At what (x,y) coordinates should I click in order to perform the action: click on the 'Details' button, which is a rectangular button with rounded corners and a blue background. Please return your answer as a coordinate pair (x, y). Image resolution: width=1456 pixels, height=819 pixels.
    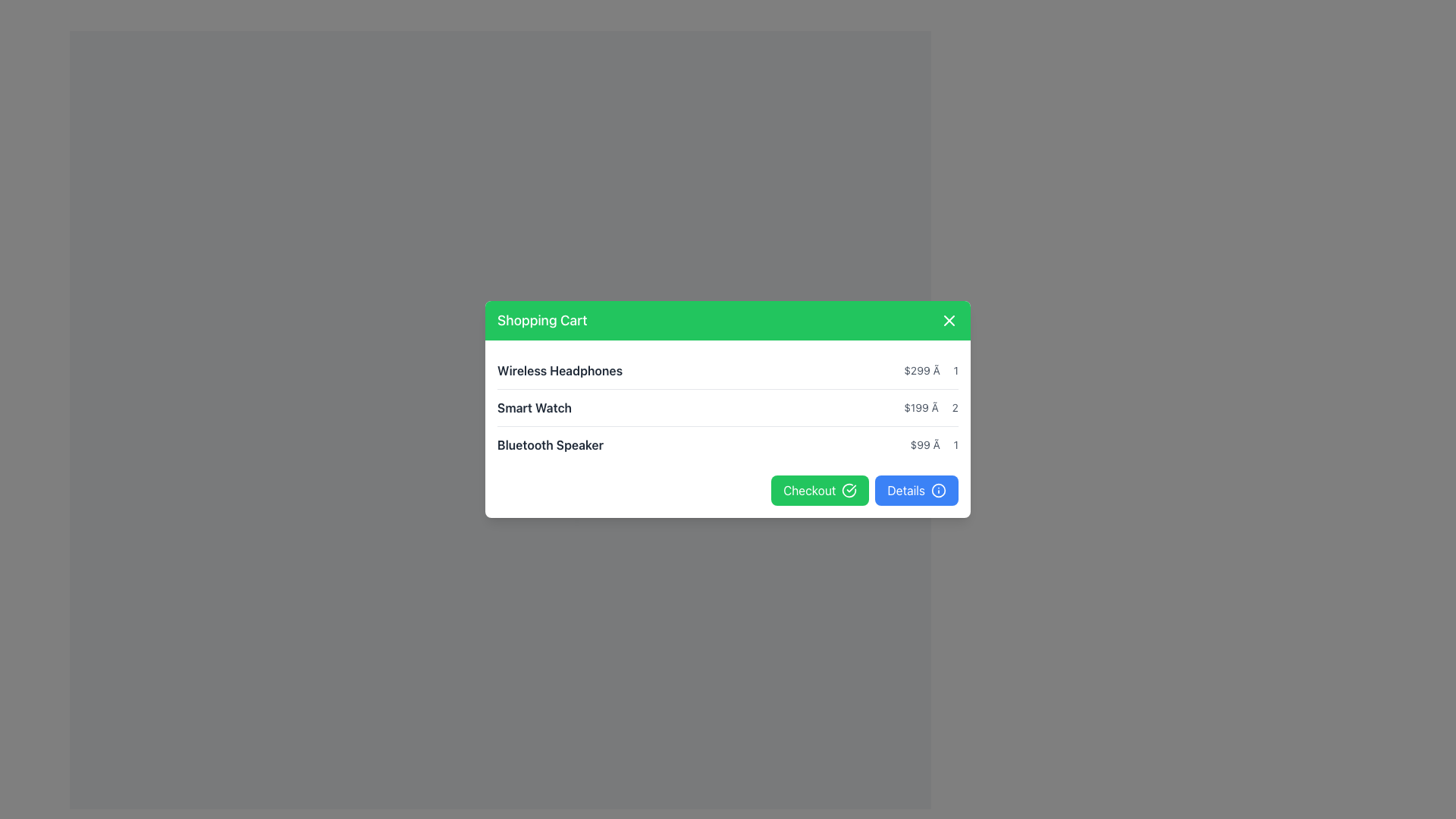
    Looking at the image, I should click on (916, 491).